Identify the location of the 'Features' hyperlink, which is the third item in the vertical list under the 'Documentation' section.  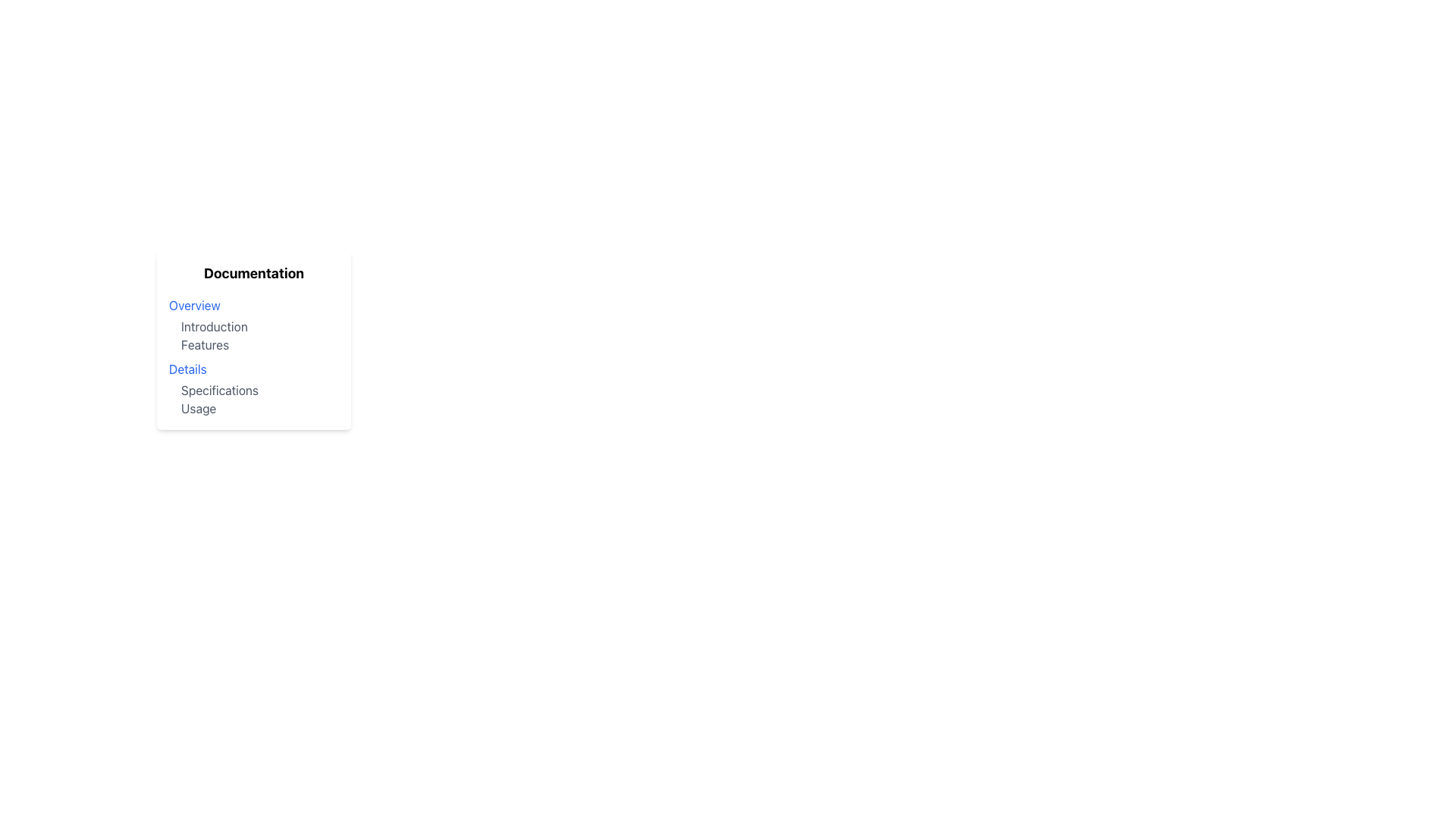
(204, 345).